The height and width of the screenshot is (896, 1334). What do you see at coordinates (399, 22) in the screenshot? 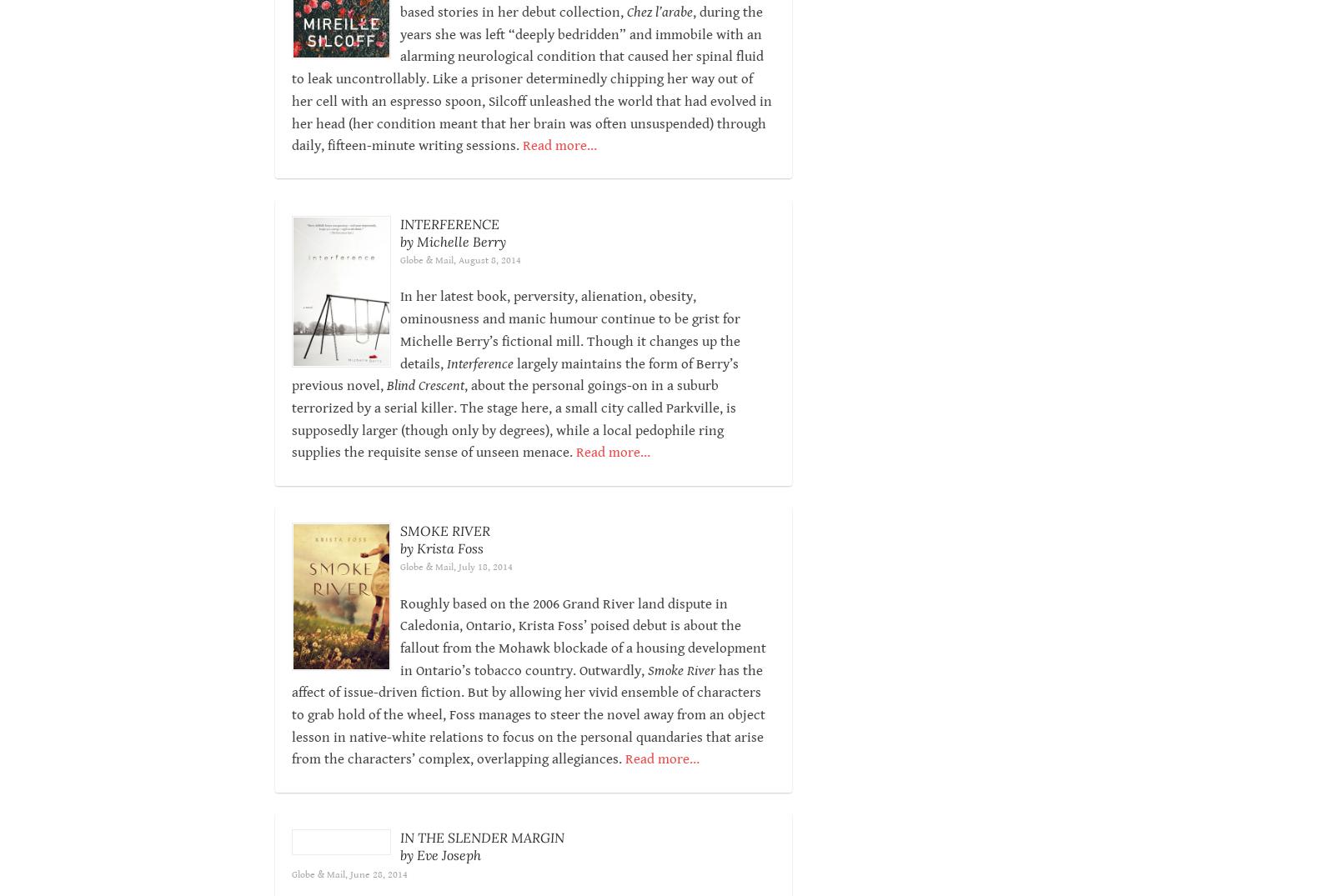
I see `'Journalist Mireille Silcoff began writing the nine Montreal-based stories in her debut collection,'` at bounding box center [399, 22].